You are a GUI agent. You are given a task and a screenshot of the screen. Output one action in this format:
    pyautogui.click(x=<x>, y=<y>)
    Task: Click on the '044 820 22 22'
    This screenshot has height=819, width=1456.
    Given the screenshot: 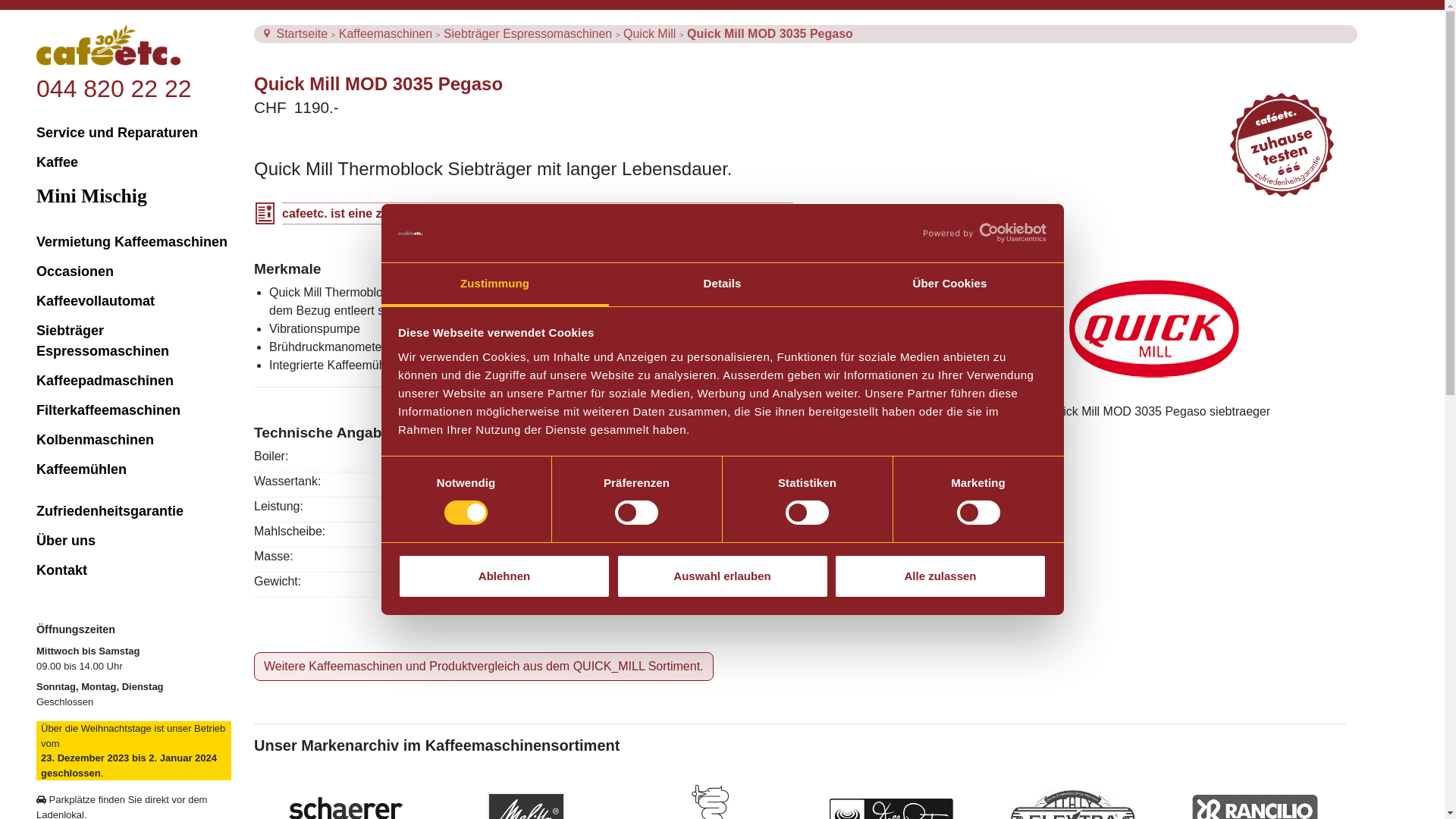 What is the action you would take?
    pyautogui.click(x=113, y=88)
    